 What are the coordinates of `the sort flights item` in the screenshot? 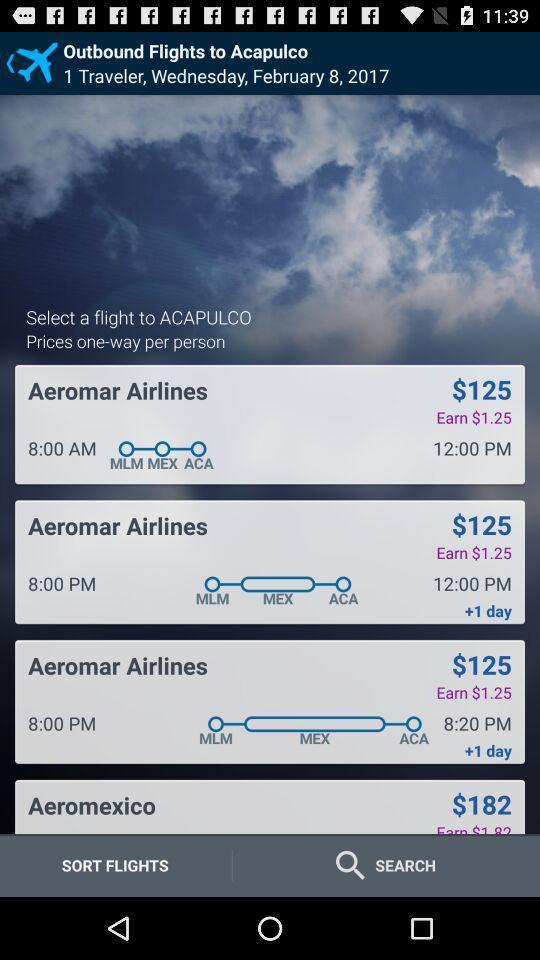 It's located at (115, 864).